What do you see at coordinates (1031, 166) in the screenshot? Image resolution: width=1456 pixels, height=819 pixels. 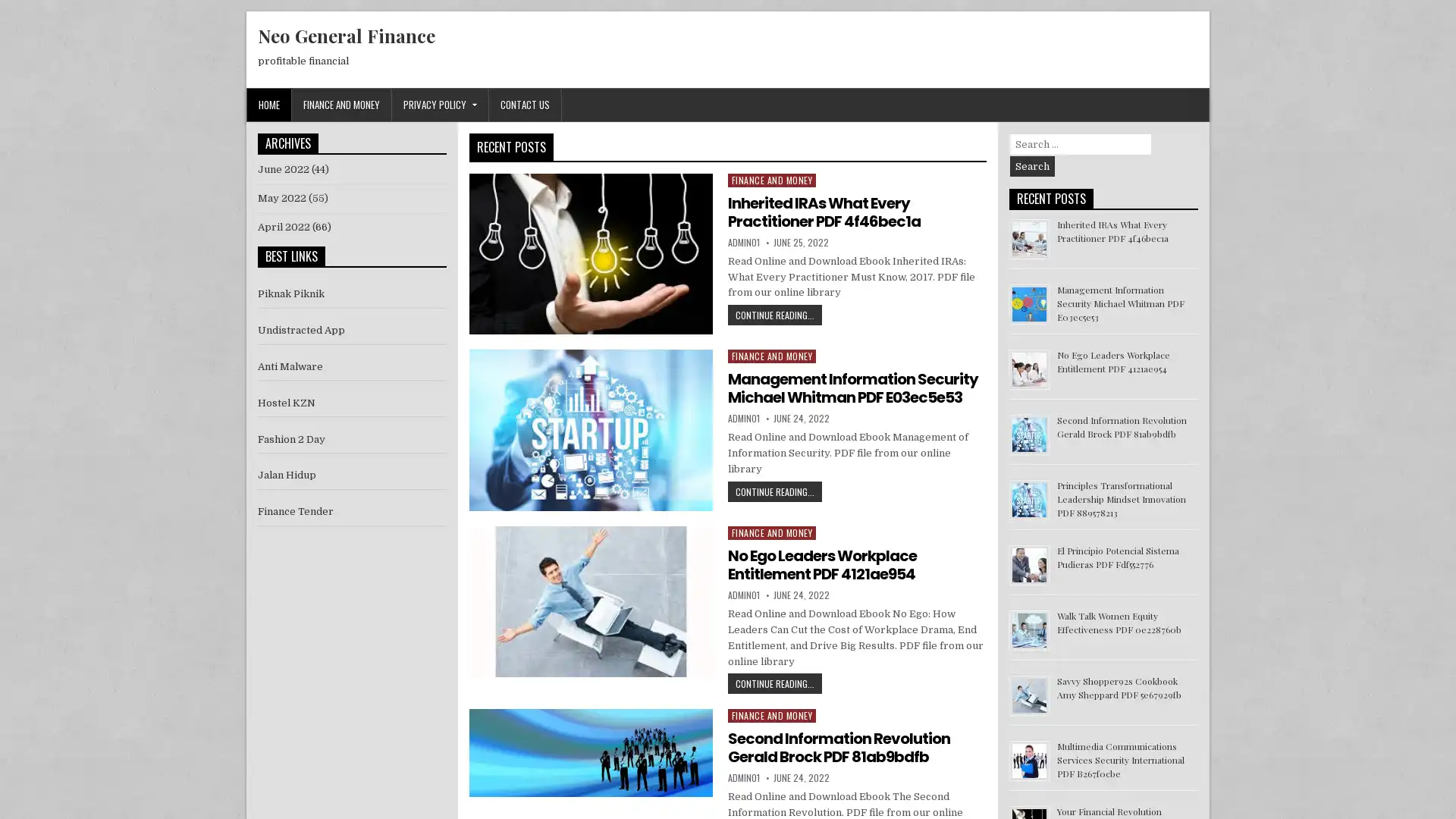 I see `Search` at bounding box center [1031, 166].